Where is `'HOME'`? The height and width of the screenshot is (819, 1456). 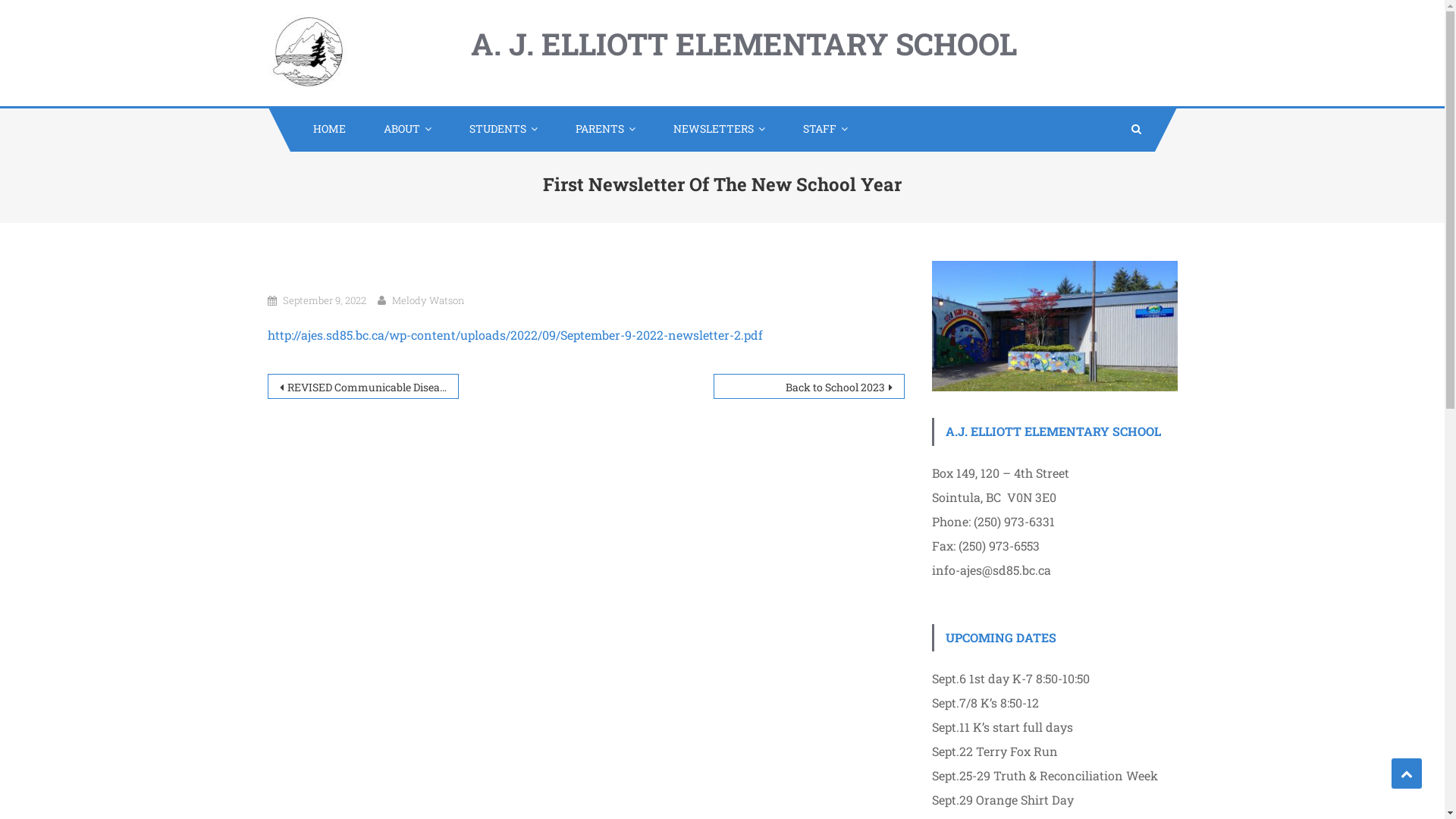
'HOME' is located at coordinates (324, 127).